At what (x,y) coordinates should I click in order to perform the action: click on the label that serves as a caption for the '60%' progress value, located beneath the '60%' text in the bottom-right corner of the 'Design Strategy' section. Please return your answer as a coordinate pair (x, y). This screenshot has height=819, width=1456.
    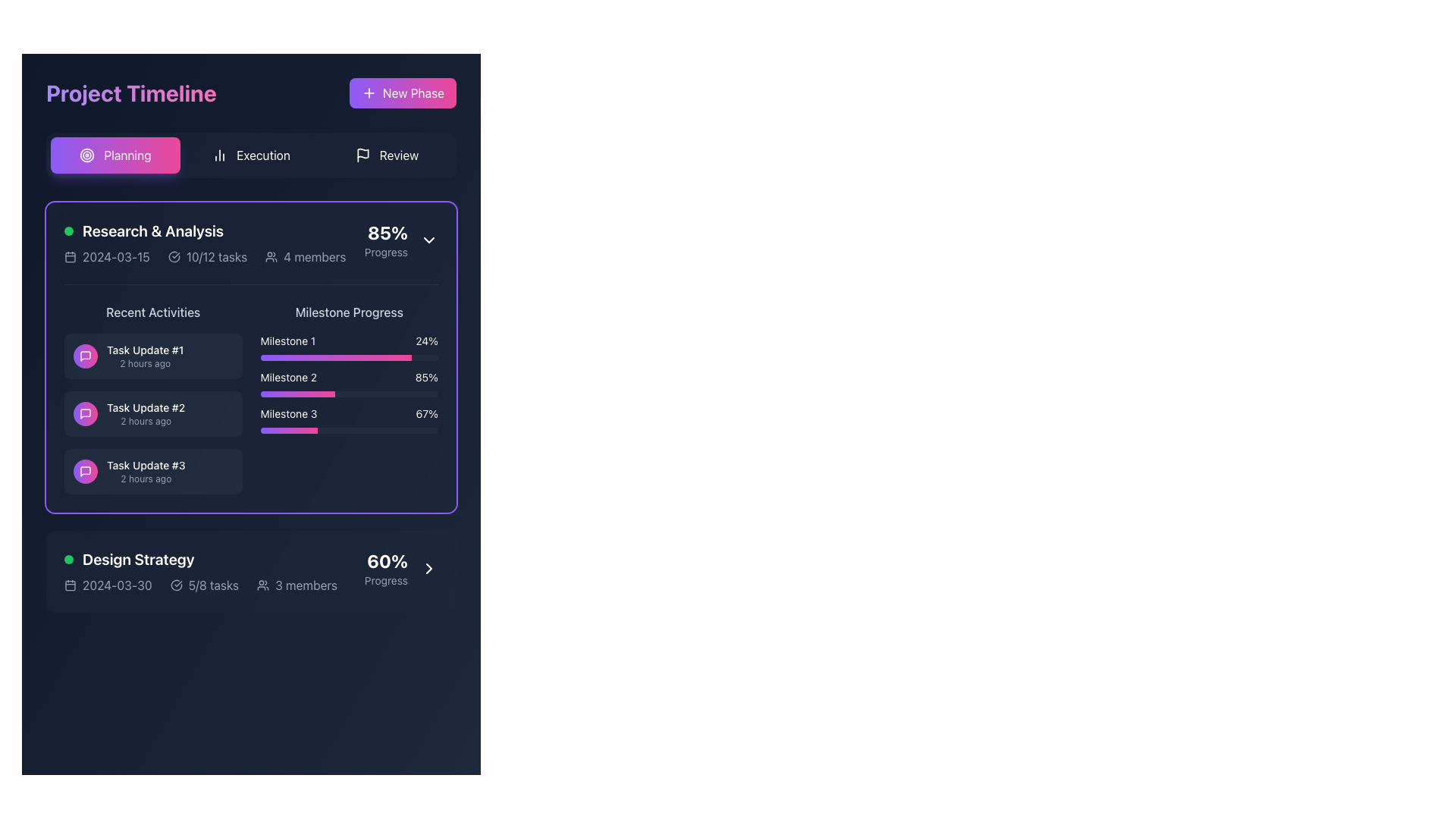
    Looking at the image, I should click on (386, 580).